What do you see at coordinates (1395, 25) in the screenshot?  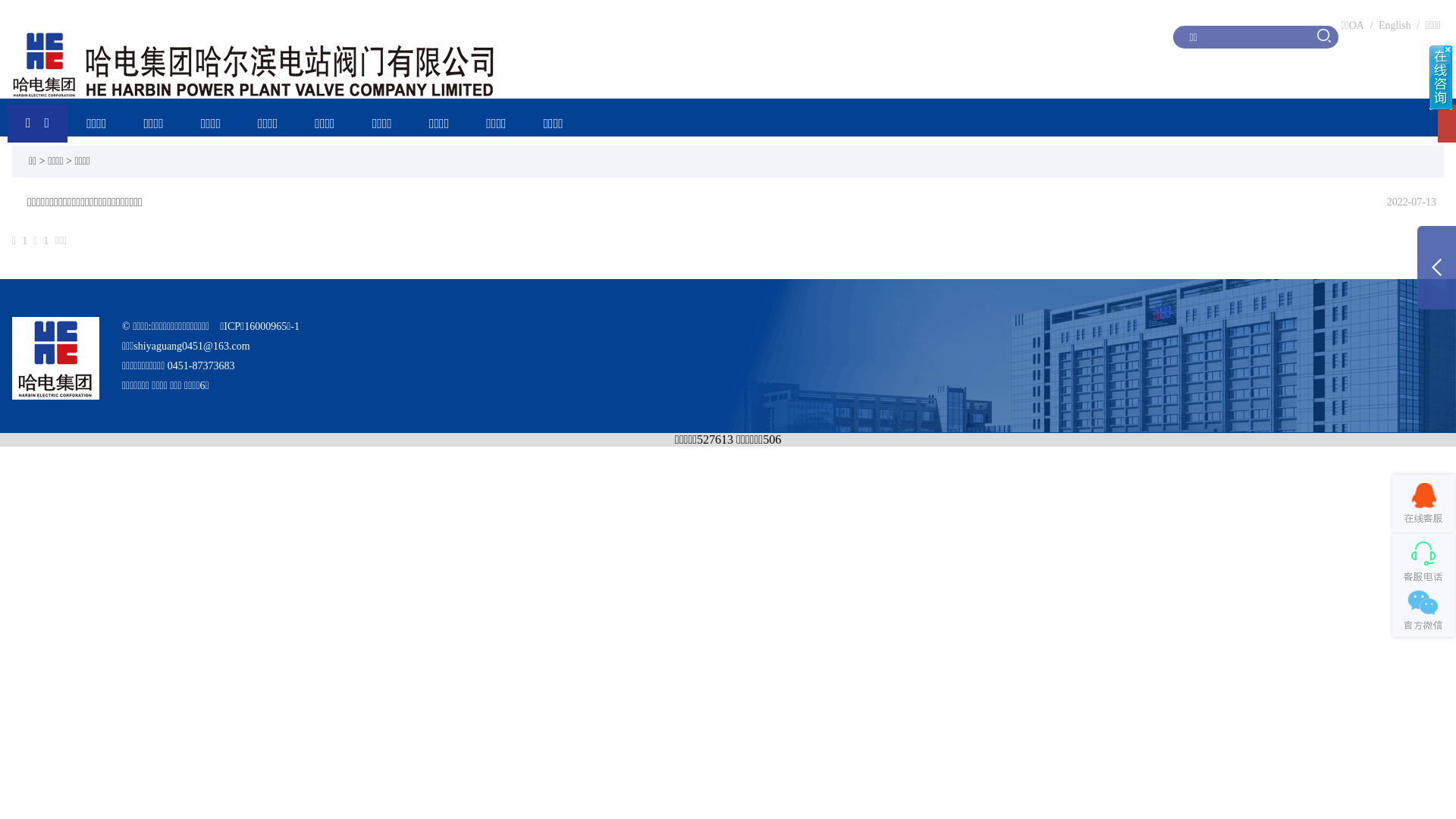 I see `'English'` at bounding box center [1395, 25].